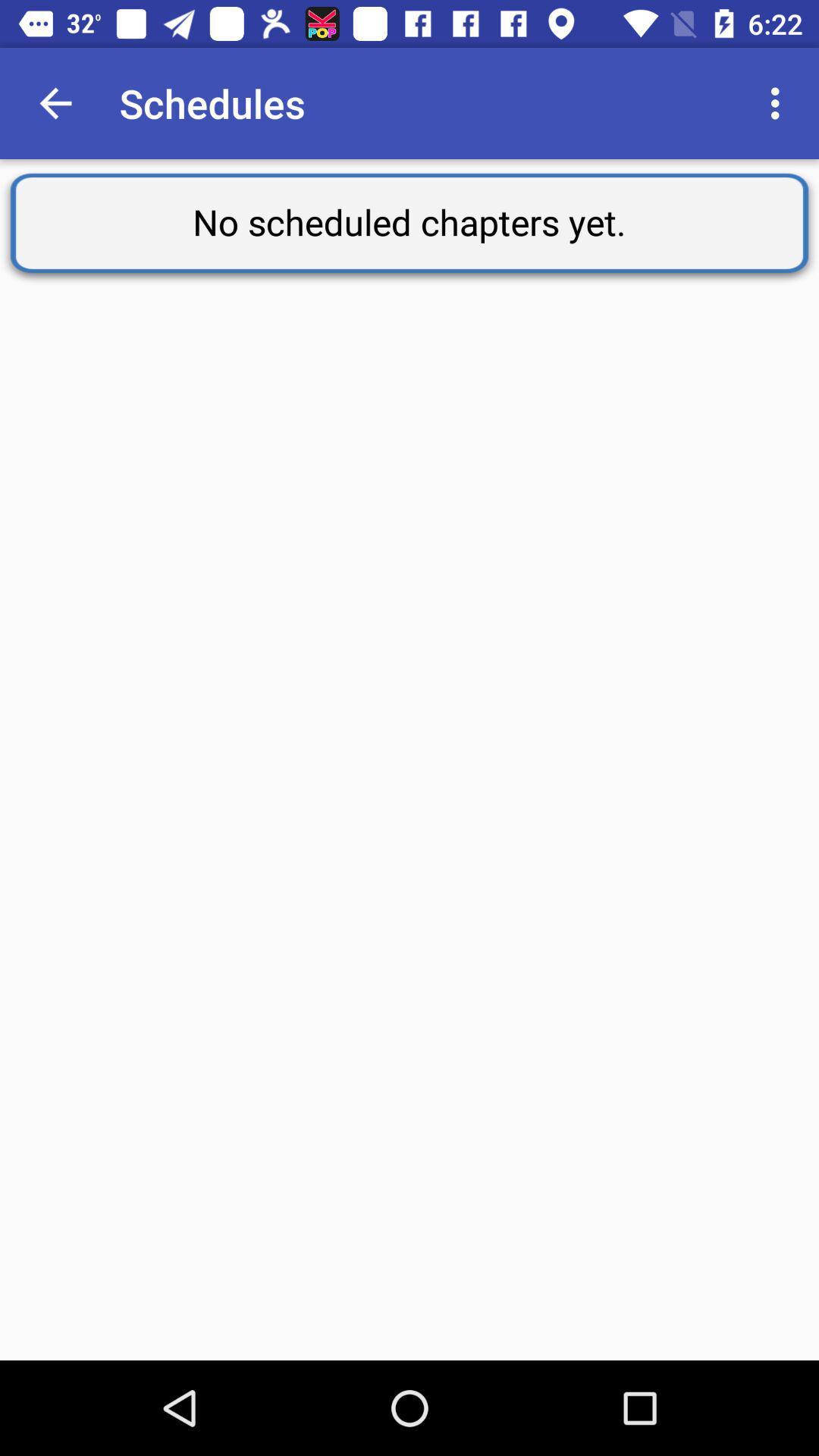 The image size is (819, 1456). Describe the element at coordinates (779, 102) in the screenshot. I see `the item at the top right corner` at that location.